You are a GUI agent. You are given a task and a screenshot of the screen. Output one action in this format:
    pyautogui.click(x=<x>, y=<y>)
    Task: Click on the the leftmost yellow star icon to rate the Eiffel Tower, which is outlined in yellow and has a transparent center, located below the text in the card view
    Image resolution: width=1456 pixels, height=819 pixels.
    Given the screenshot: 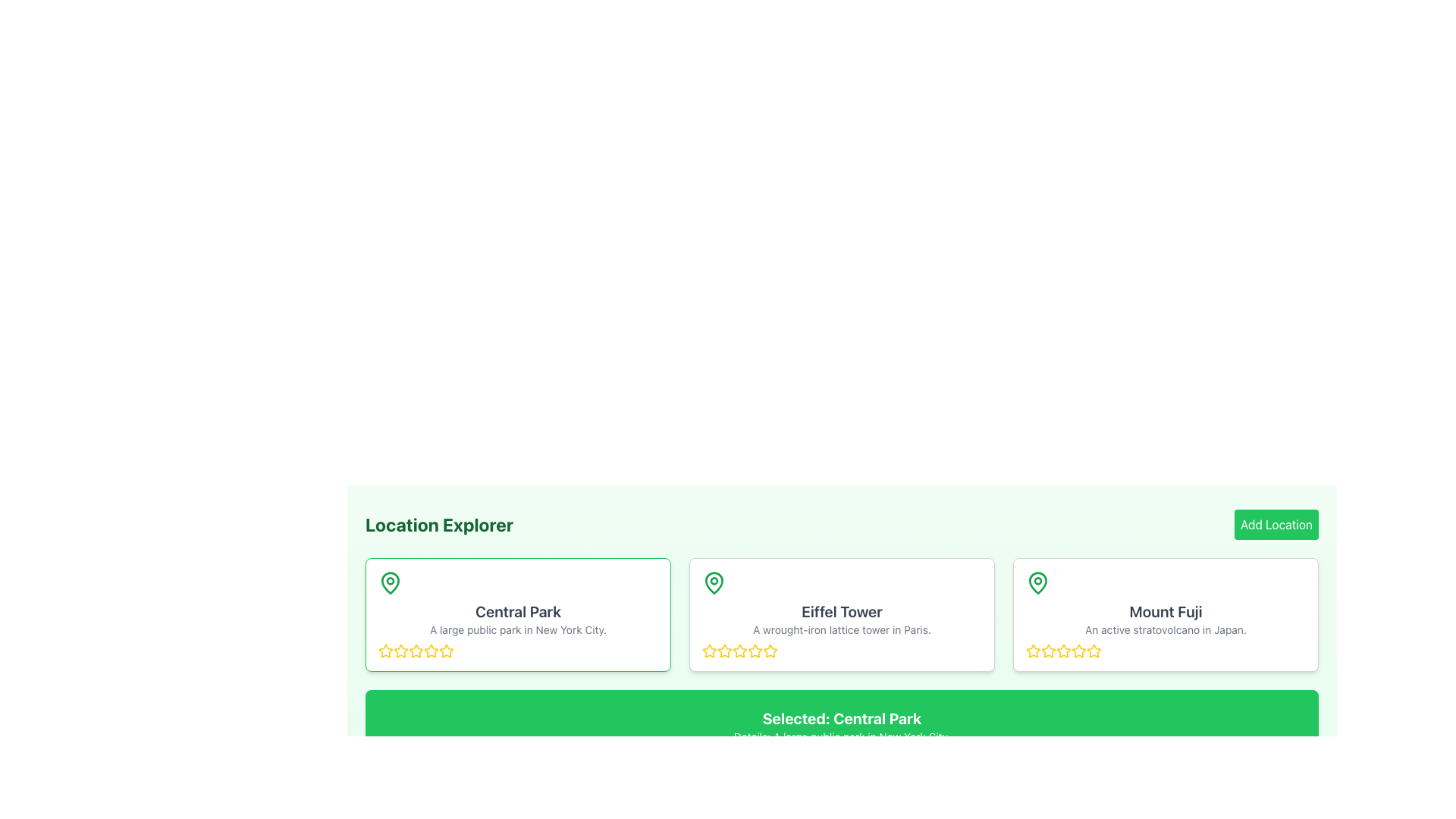 What is the action you would take?
    pyautogui.click(x=709, y=650)
    